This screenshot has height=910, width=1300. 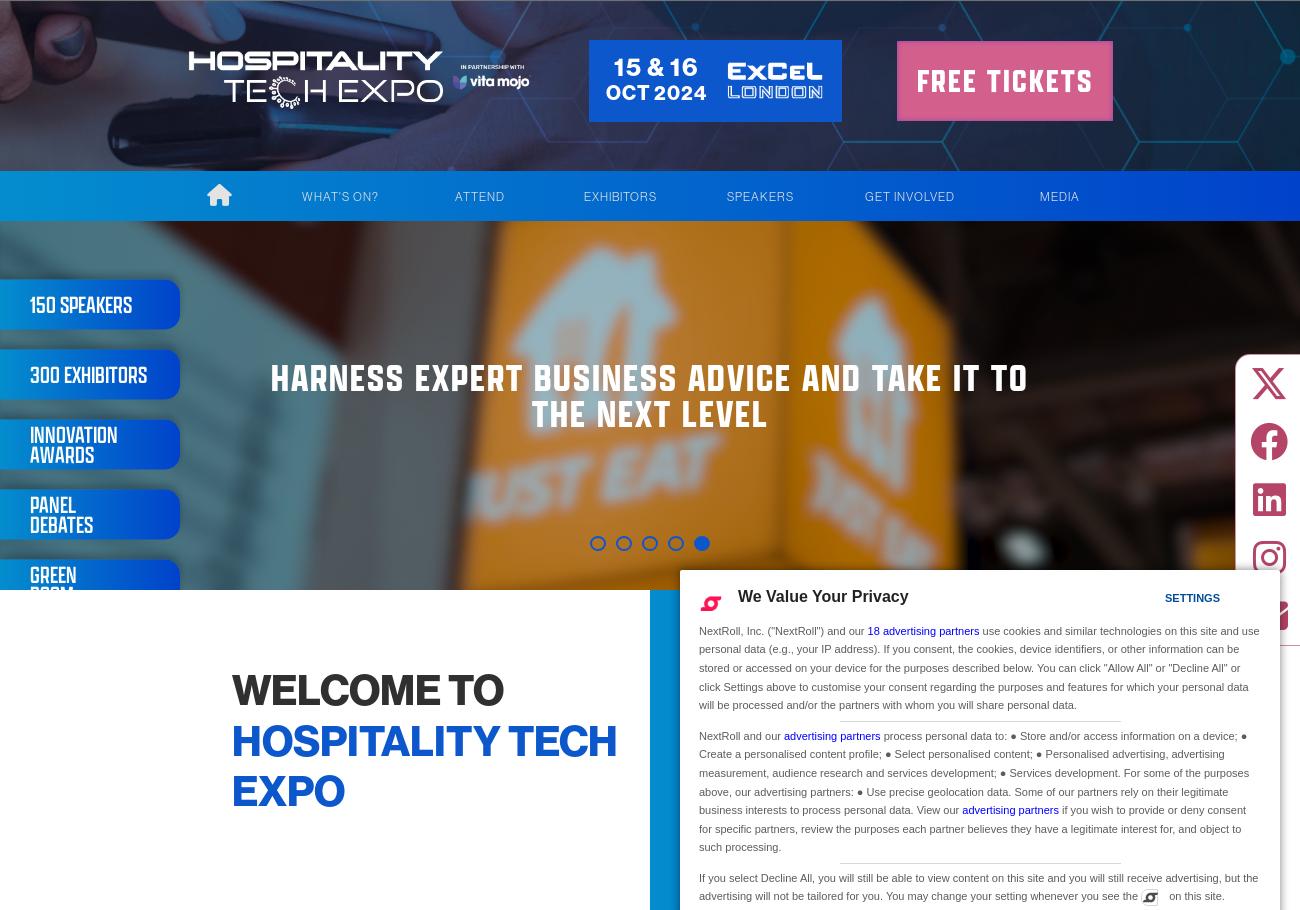 I want to click on 'Exhibitor Login', so click(x=612, y=281).